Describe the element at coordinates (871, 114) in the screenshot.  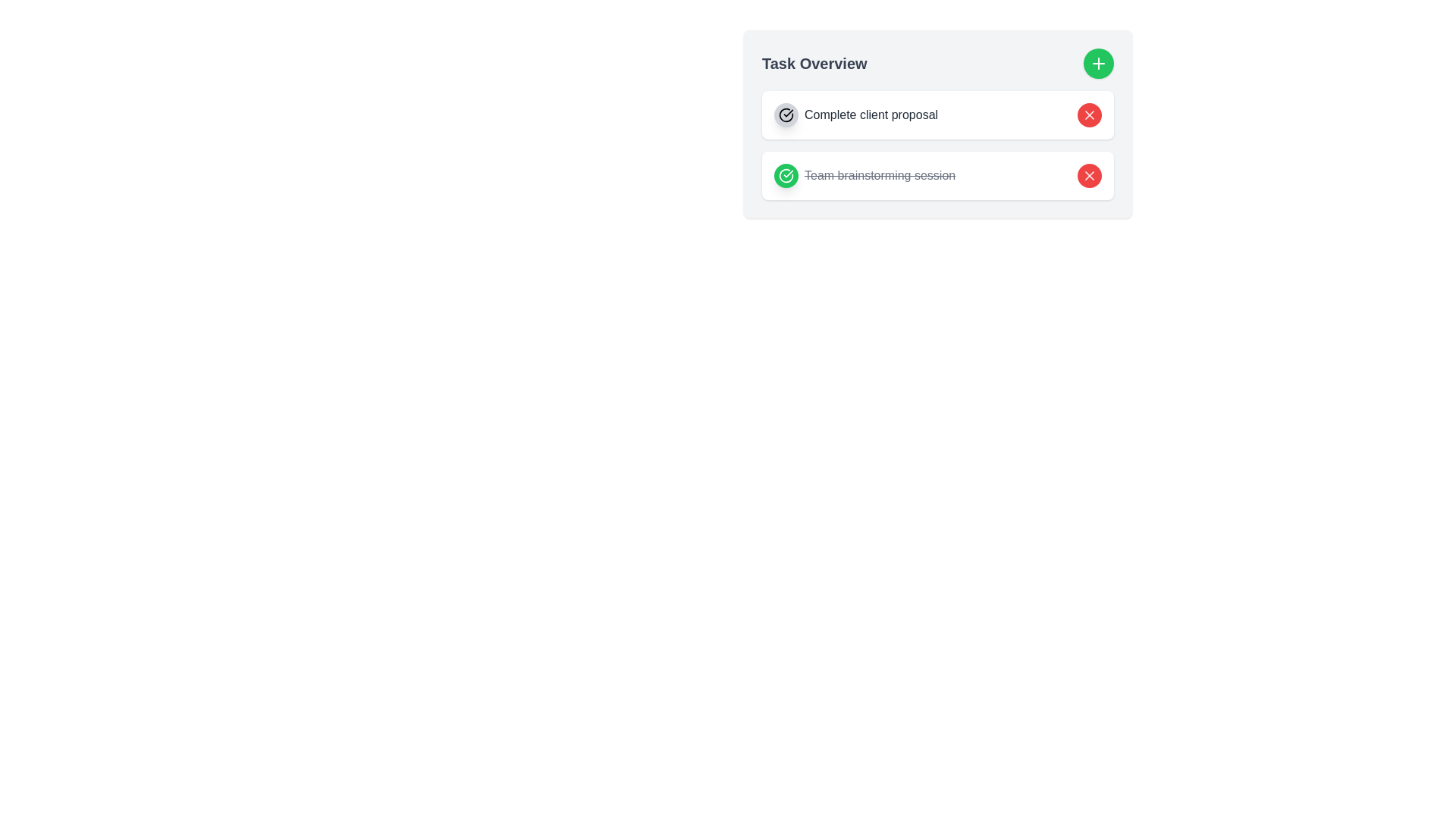
I see `the static text label saying 'Complete client proposal', which is styled as part of a task list and located in the first entry of the task list` at that location.